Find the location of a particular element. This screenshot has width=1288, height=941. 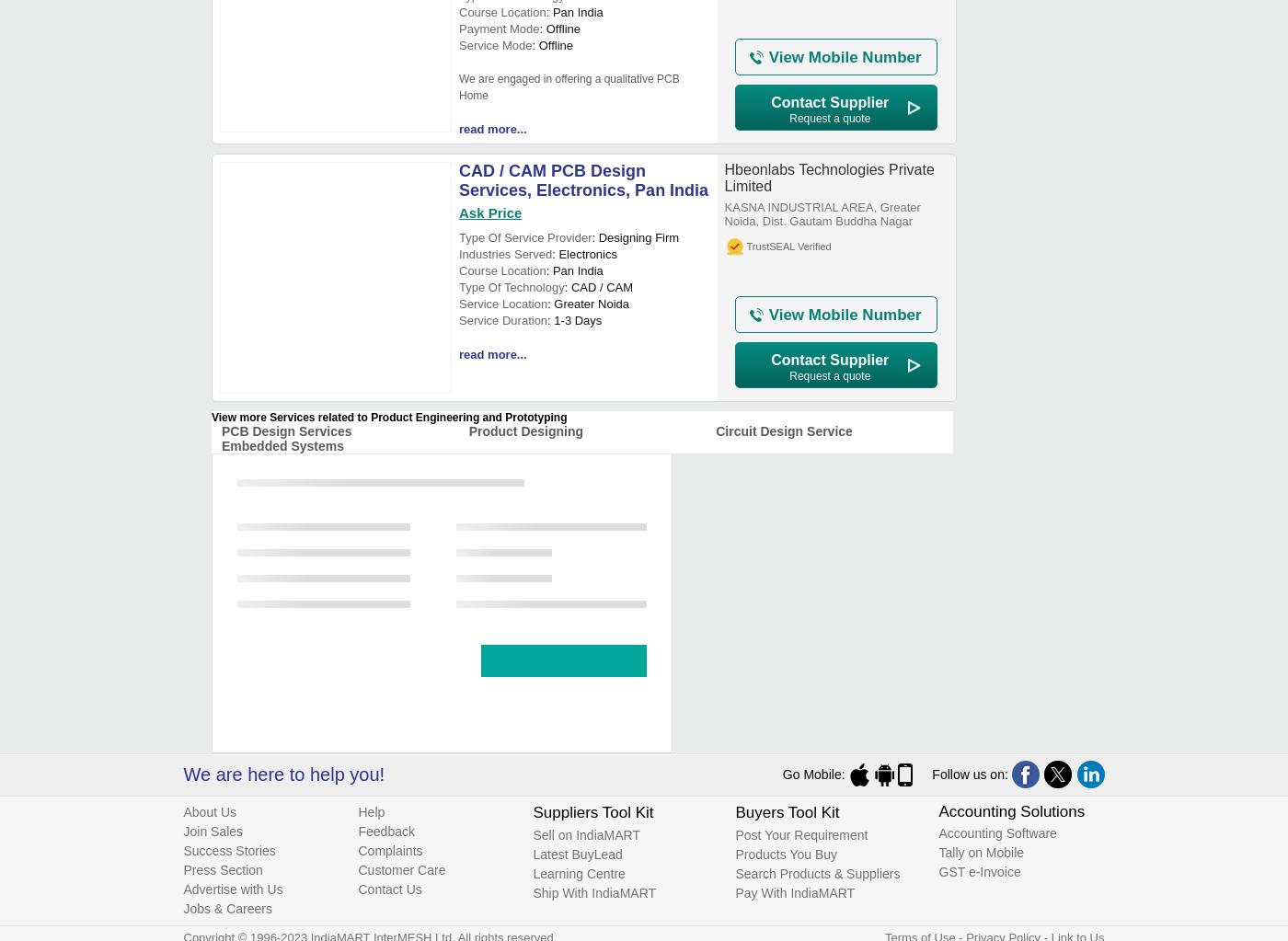

':  Designing Firm' is located at coordinates (635, 237).